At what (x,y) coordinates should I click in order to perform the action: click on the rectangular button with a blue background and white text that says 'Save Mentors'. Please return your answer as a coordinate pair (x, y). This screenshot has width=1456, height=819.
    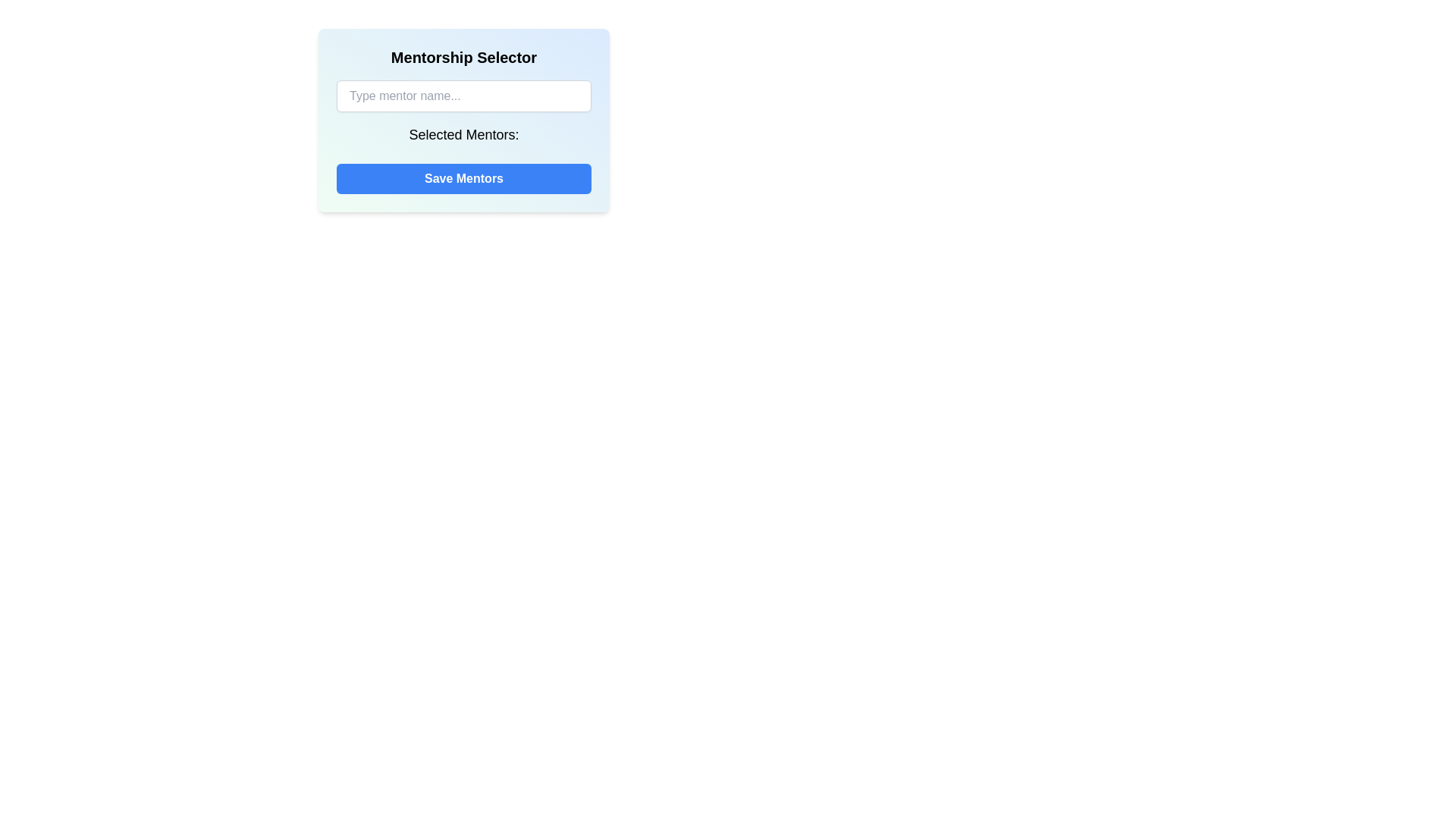
    Looking at the image, I should click on (463, 177).